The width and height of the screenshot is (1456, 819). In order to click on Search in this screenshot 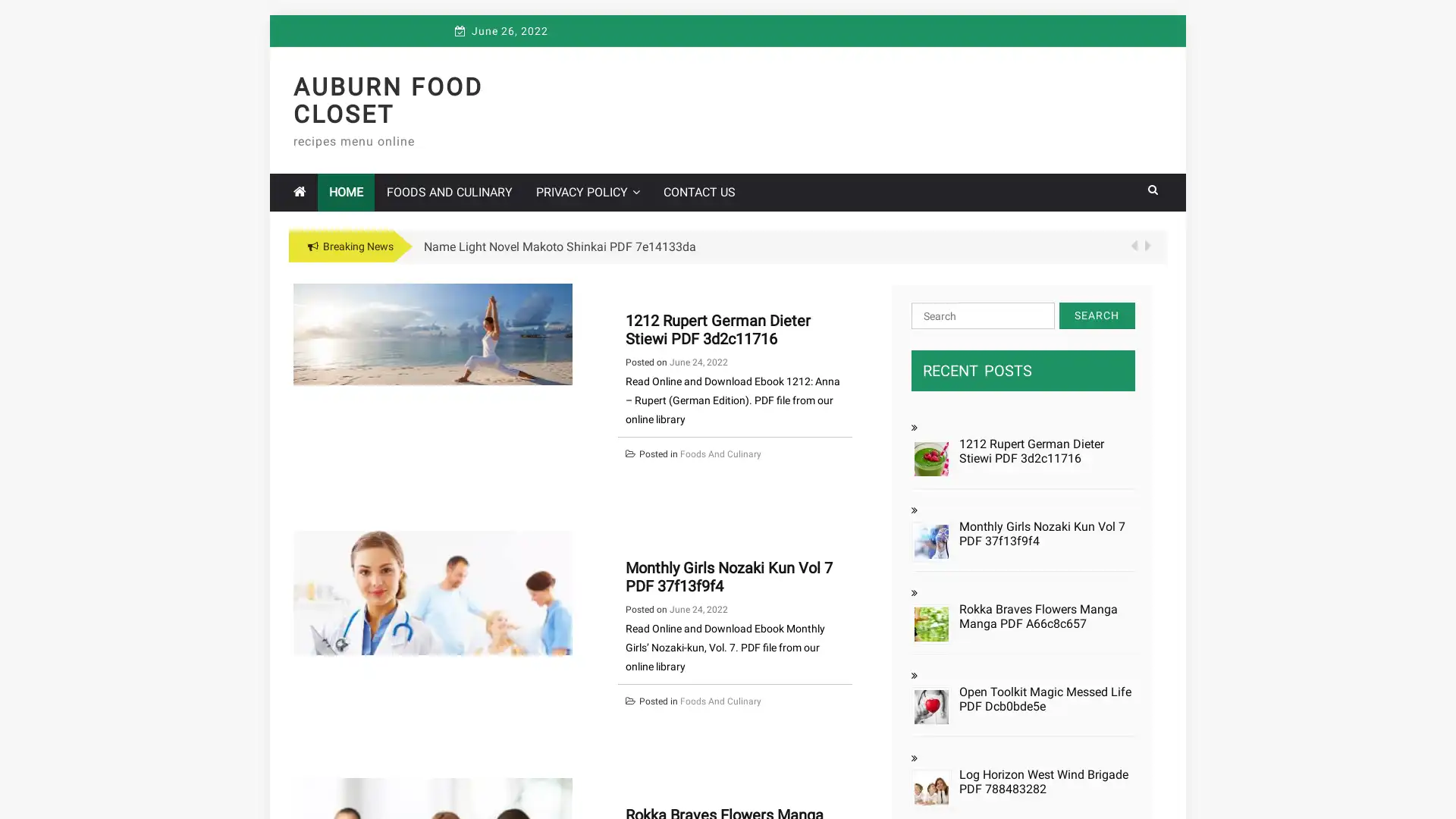, I will do `click(1096, 315)`.